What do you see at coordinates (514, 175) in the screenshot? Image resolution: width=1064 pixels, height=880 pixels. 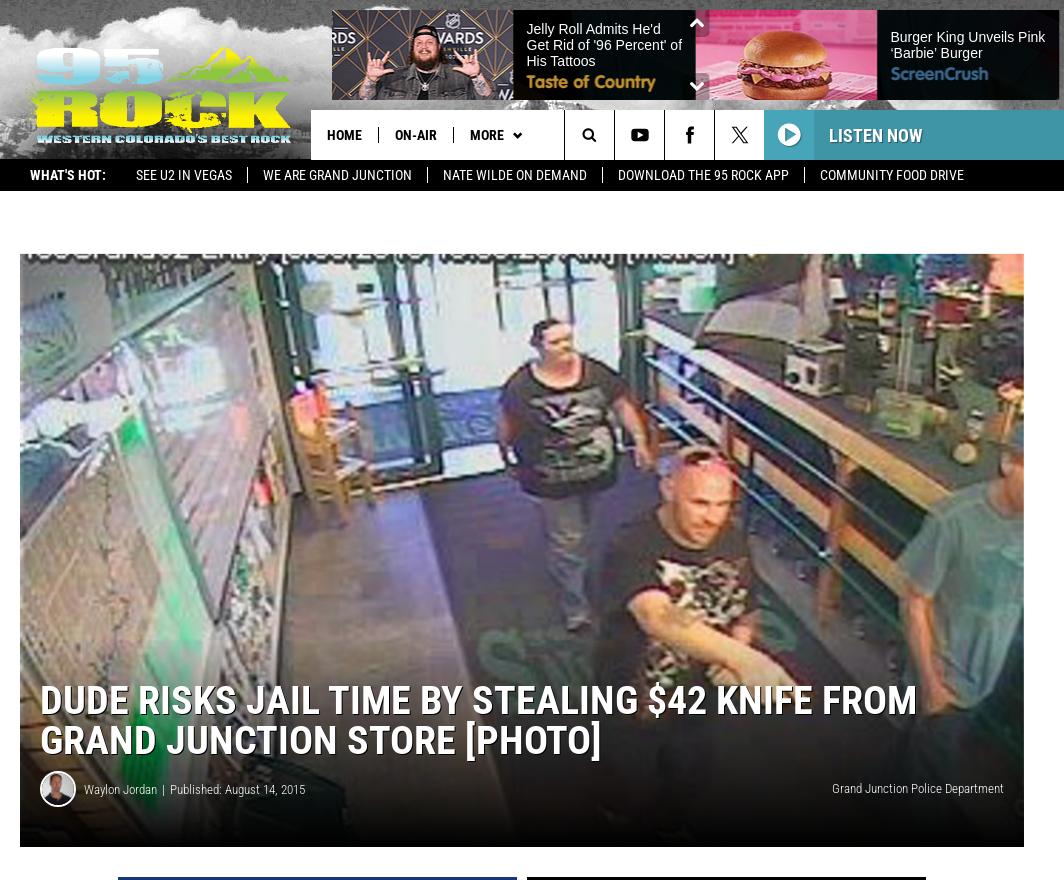 I see `'Nate Wilde On Demand'` at bounding box center [514, 175].